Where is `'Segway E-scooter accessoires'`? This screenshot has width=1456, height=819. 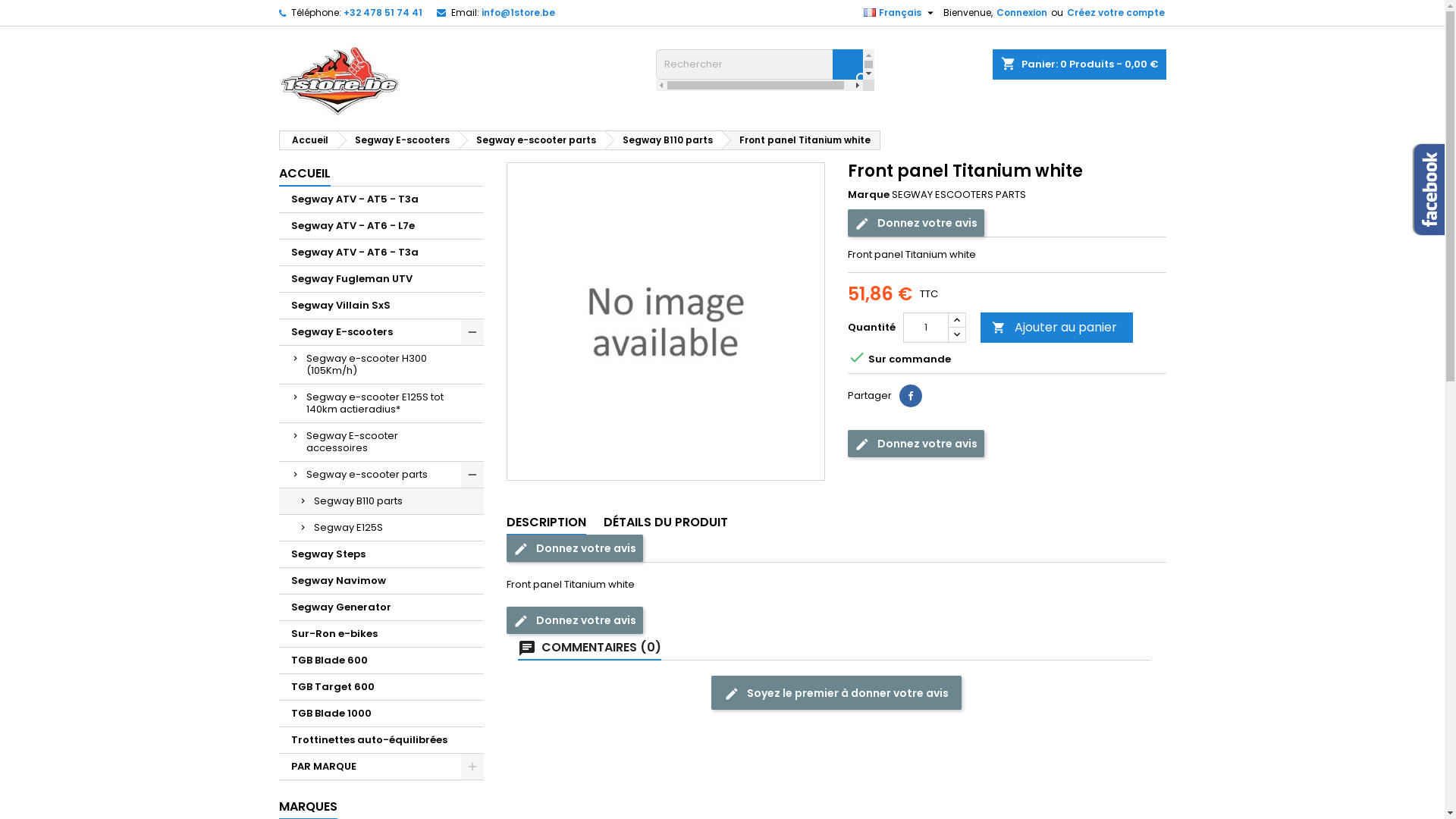
'Segway E-scooter accessoires' is located at coordinates (381, 442).